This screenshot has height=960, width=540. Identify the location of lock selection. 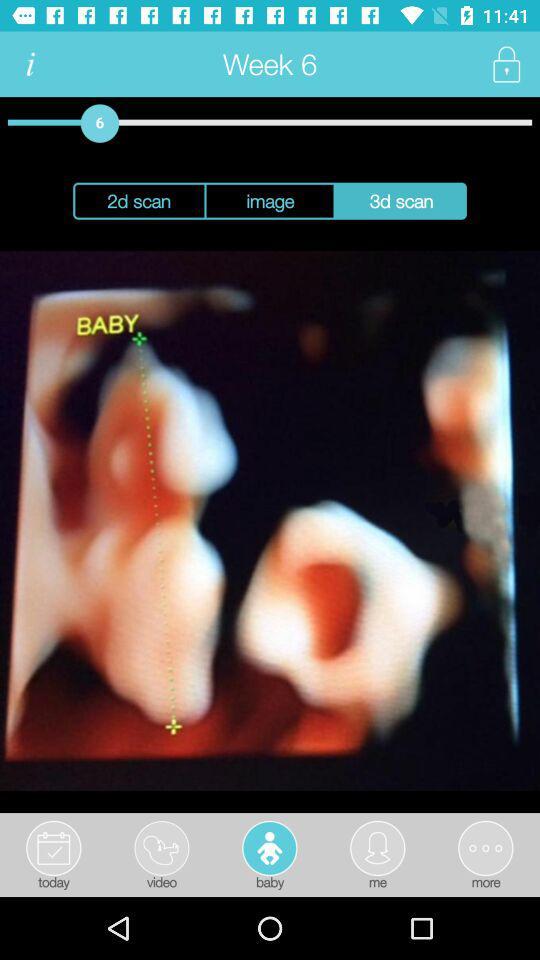
(505, 64).